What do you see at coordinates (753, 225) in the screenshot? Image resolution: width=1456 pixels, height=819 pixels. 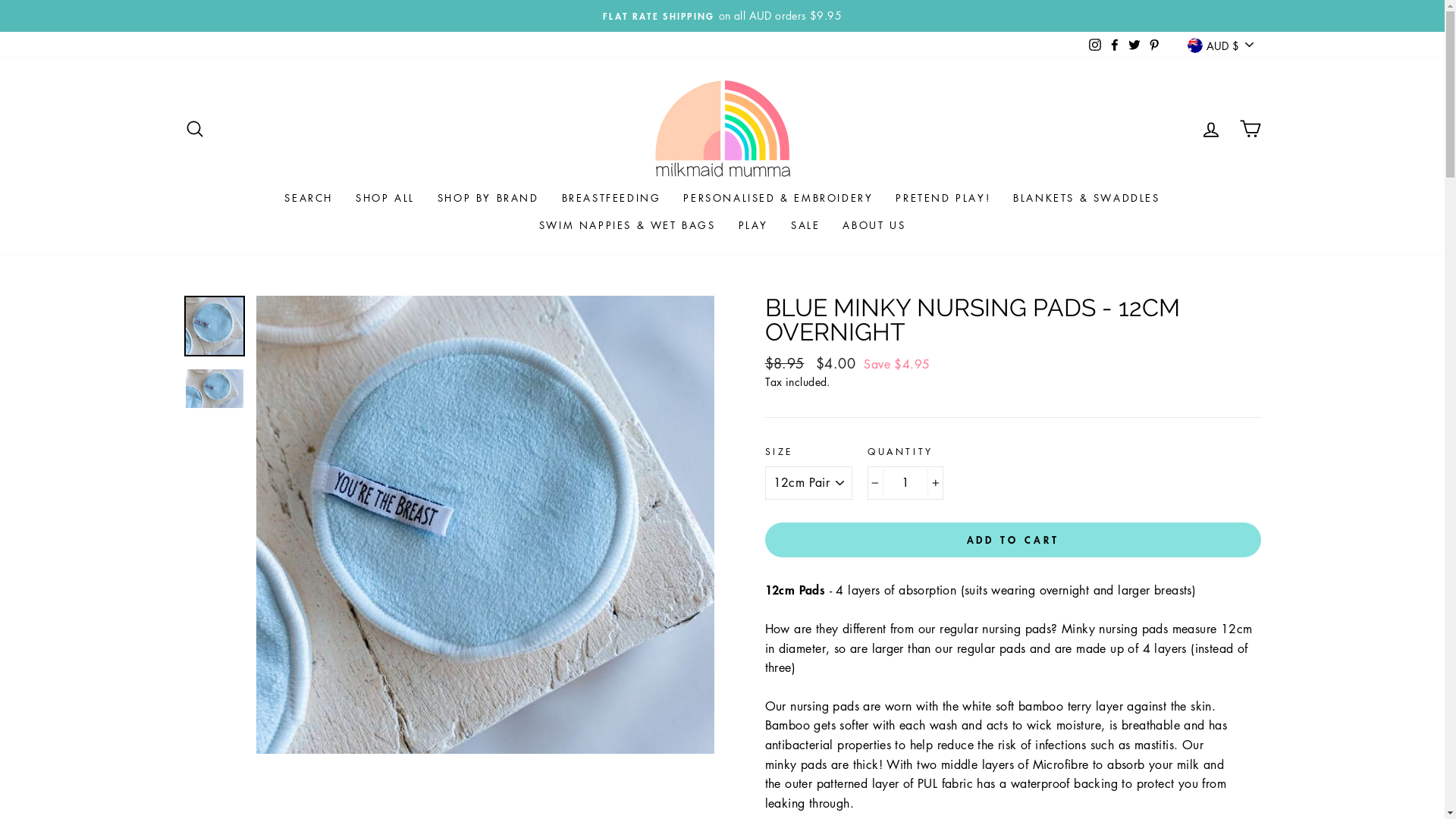 I see `'PLAY'` at bounding box center [753, 225].